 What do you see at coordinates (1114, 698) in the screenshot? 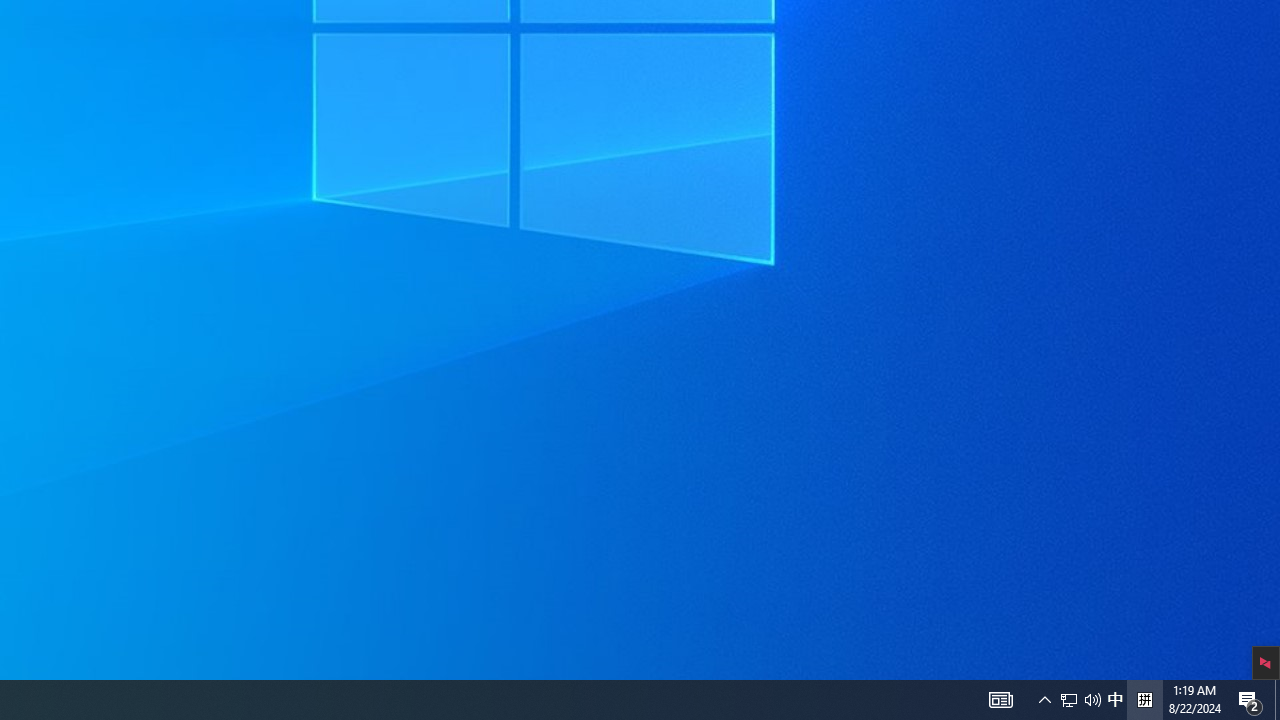
I see `'User Promoted Notification Area'` at bounding box center [1114, 698].